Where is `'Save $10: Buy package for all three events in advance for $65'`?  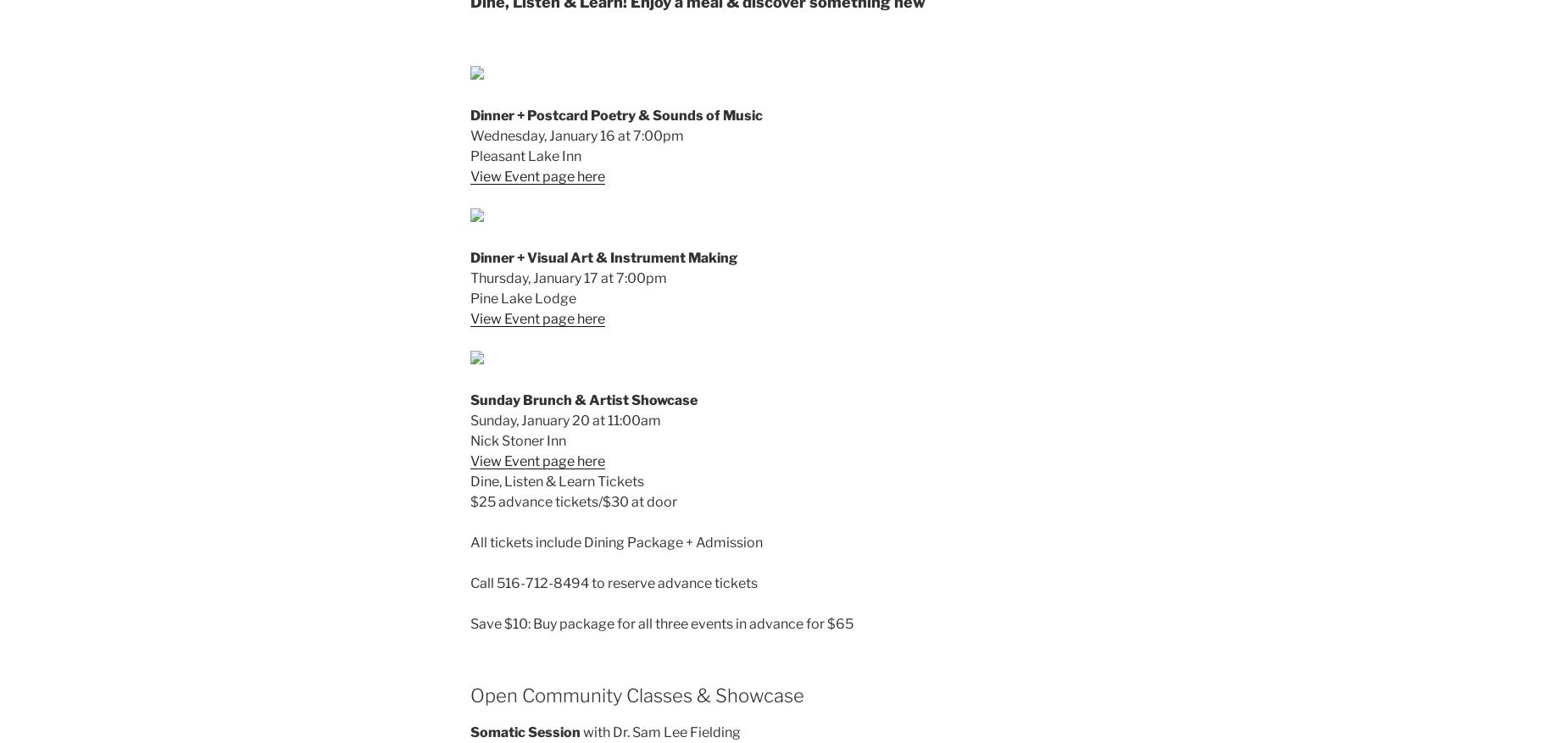 'Save $10: Buy package for all three events in advance for $65' is located at coordinates (662, 623).